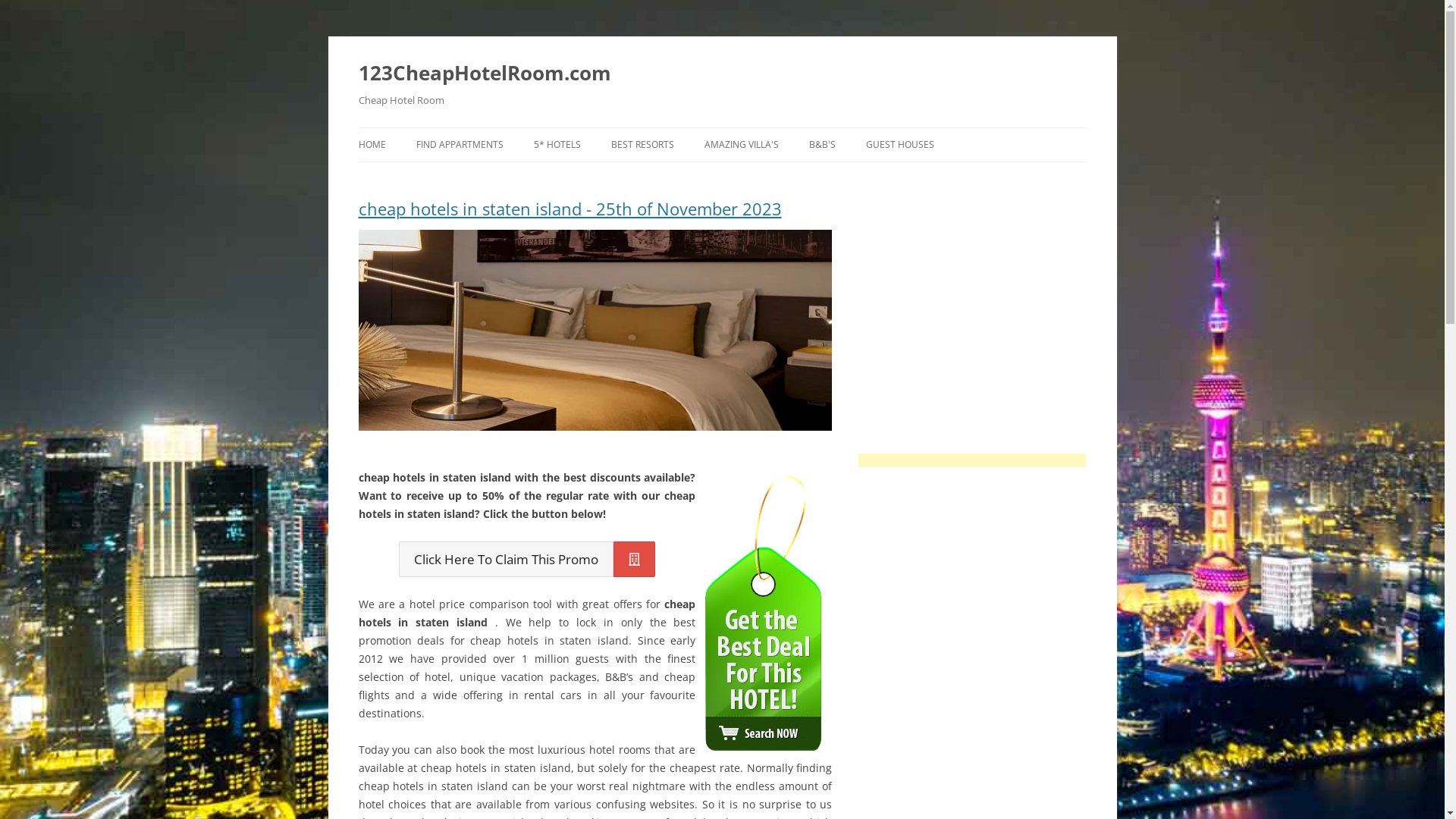  I want to click on 'Skip to content', so click(721, 127).